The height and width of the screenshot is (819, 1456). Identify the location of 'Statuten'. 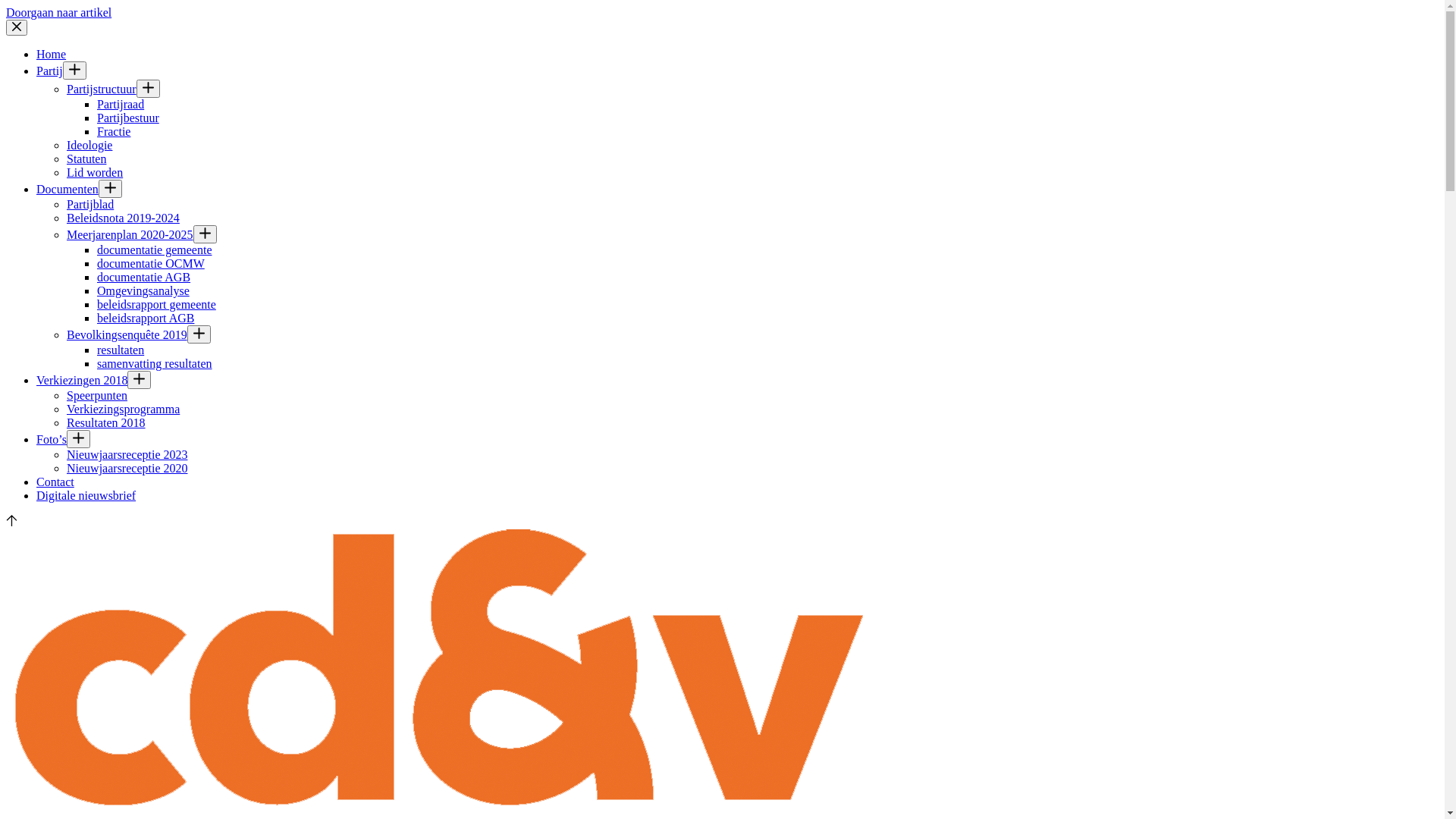
(86, 158).